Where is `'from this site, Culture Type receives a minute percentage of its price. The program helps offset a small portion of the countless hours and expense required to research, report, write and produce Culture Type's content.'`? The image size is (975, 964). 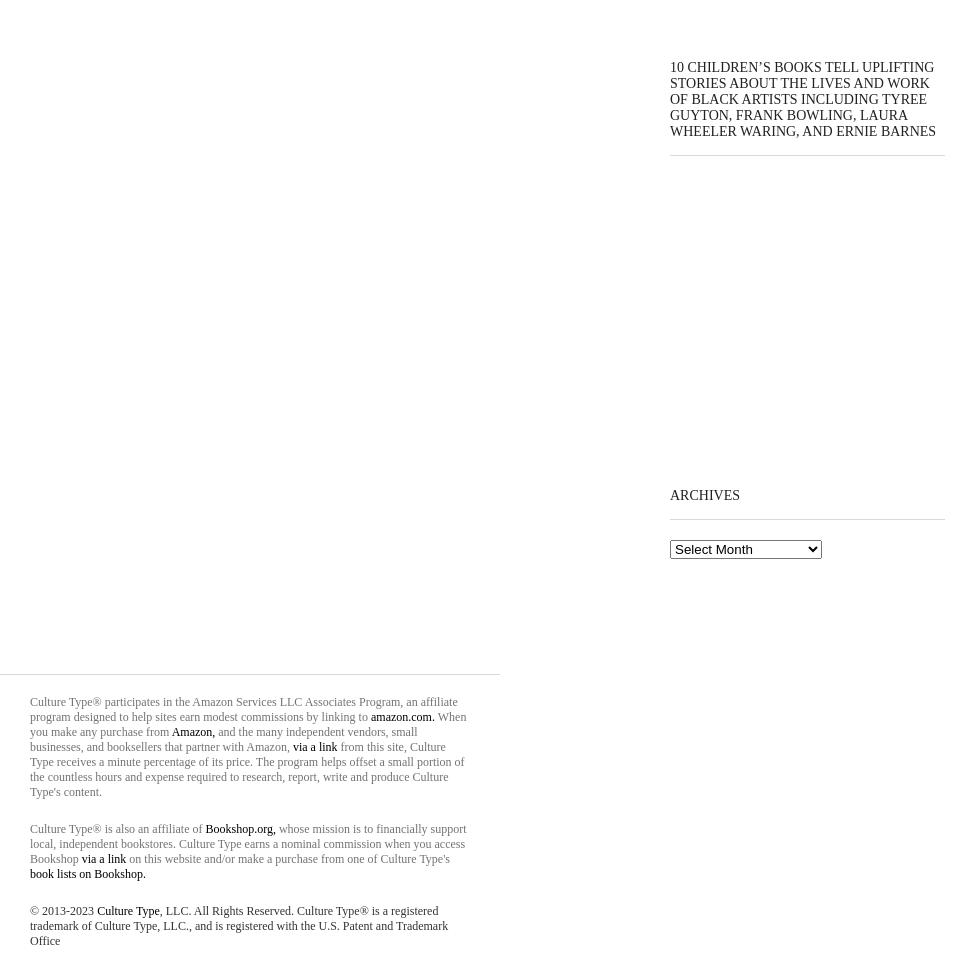
'from this site, Culture Type receives a minute percentage of its price. The program helps offset a small portion of the countless hours and expense required to research, report, write and produce Culture Type's content.' is located at coordinates (246, 768).